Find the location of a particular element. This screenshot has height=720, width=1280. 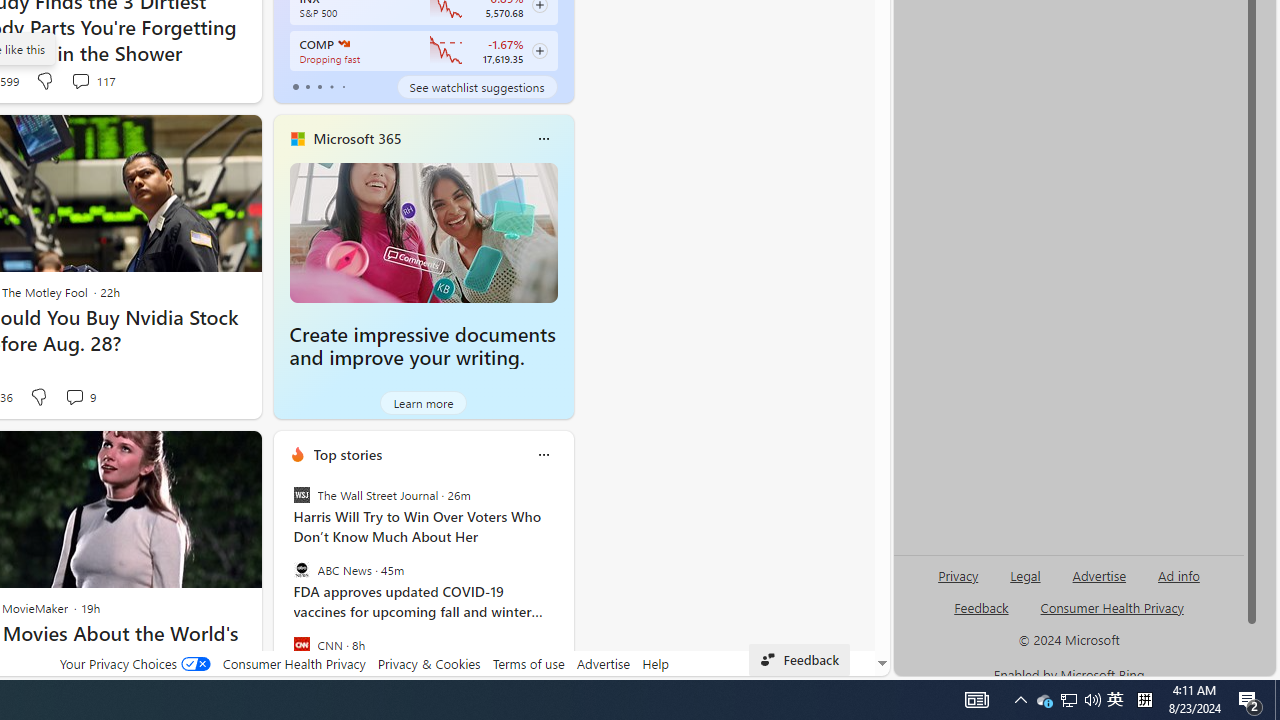

'AutomationID: sb_feedback' is located at coordinates (981, 606).